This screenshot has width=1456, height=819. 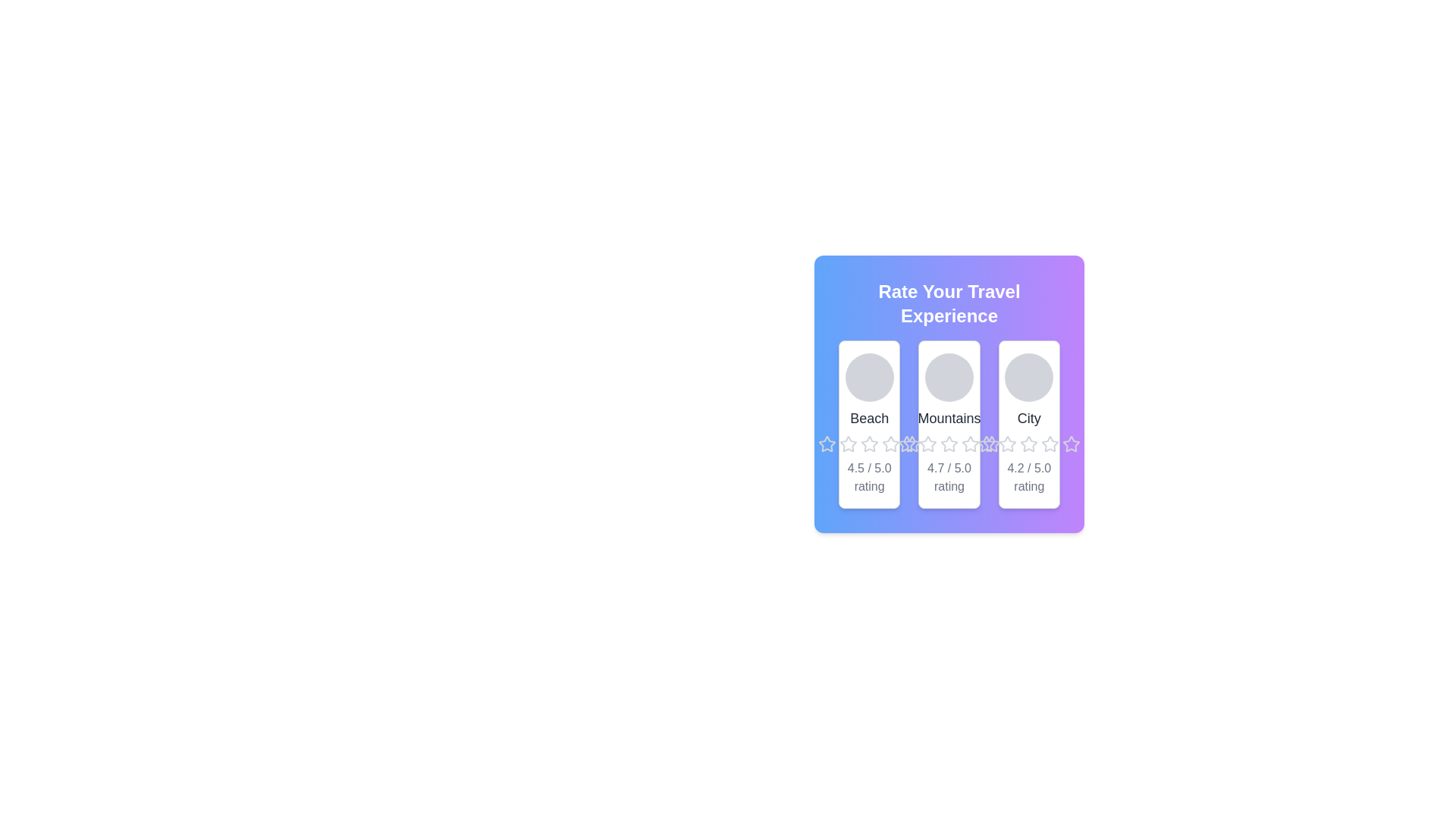 What do you see at coordinates (869, 444) in the screenshot?
I see `the third star in the Rating Star element to rate it, which is located on the 'Beach' card beneath the title and above the rating text '4.5 / 5.0 rating'` at bounding box center [869, 444].